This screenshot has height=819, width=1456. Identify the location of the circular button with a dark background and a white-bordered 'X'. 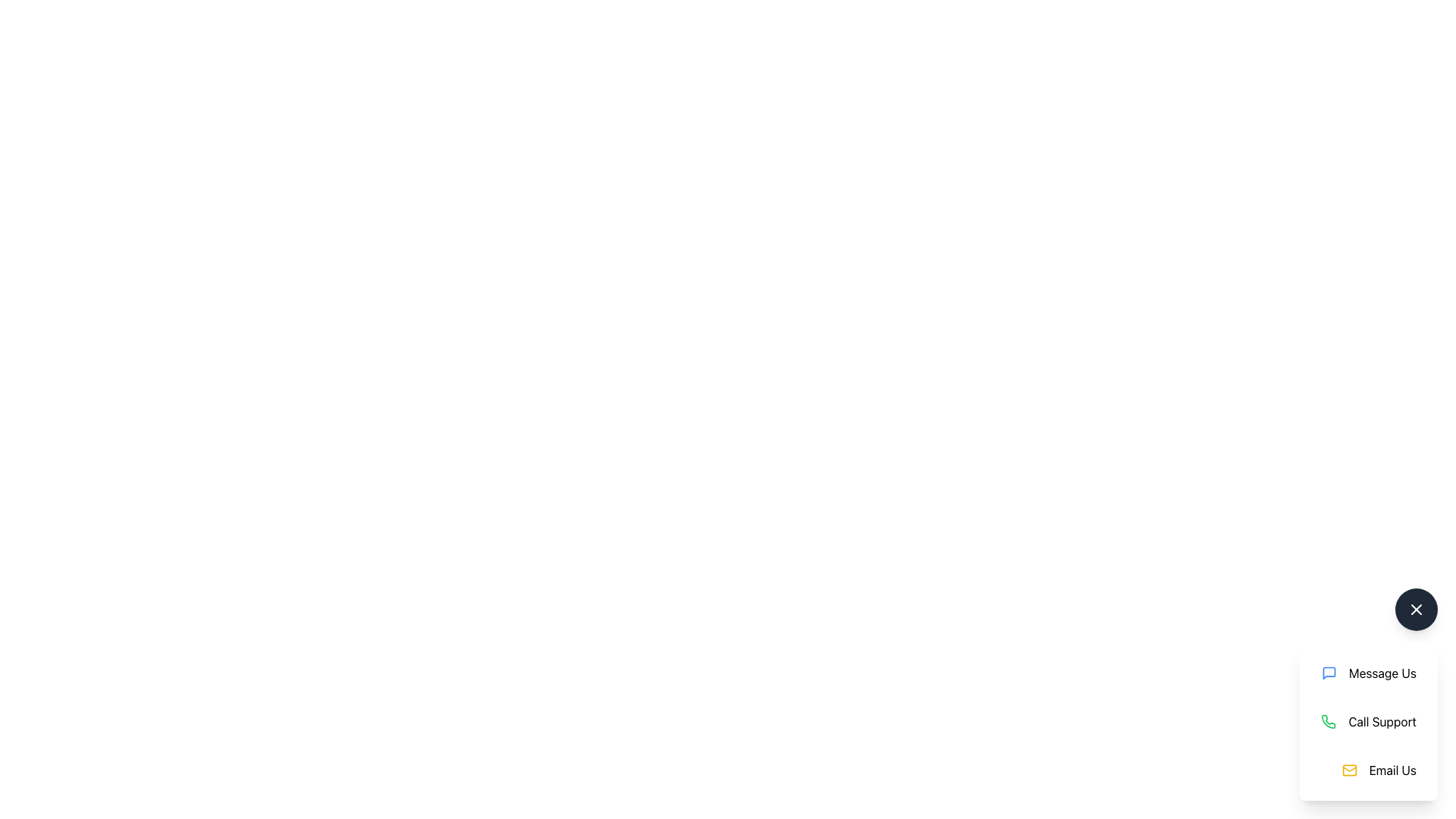
(1415, 608).